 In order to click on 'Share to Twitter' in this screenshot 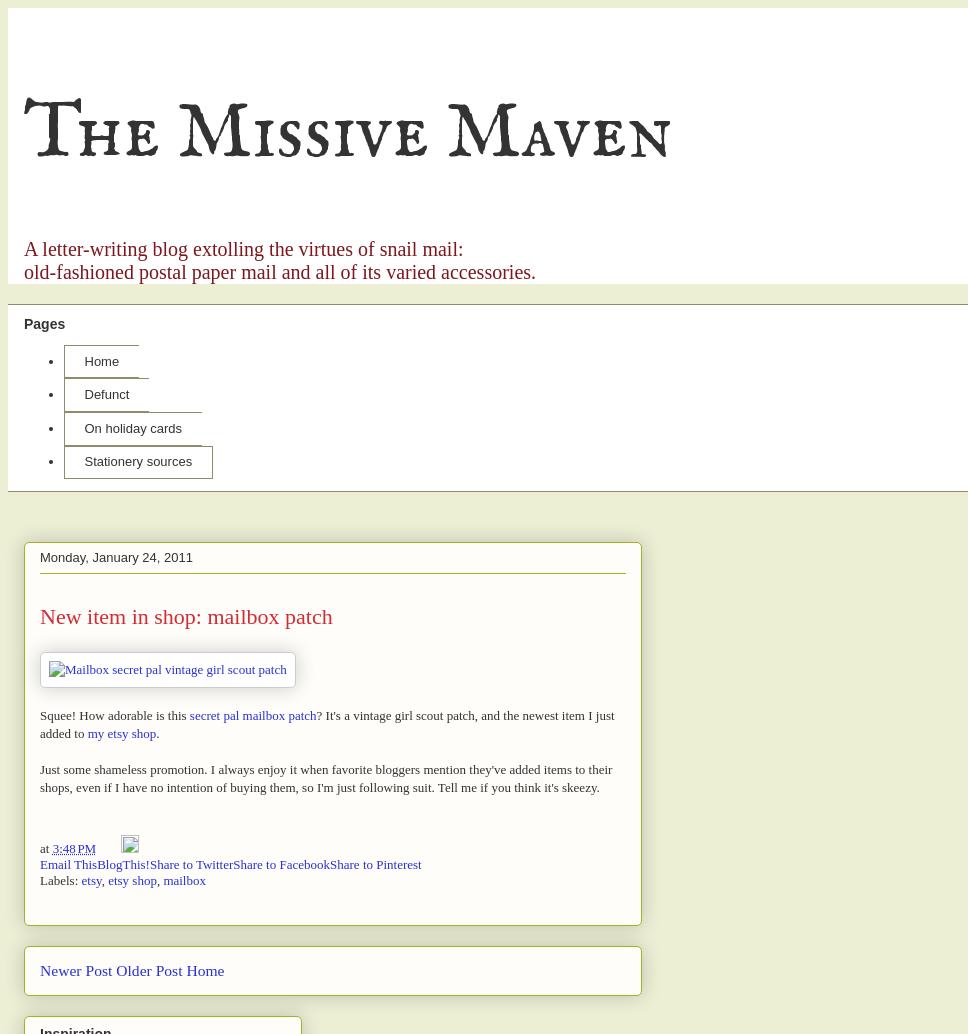, I will do `click(147, 863)`.